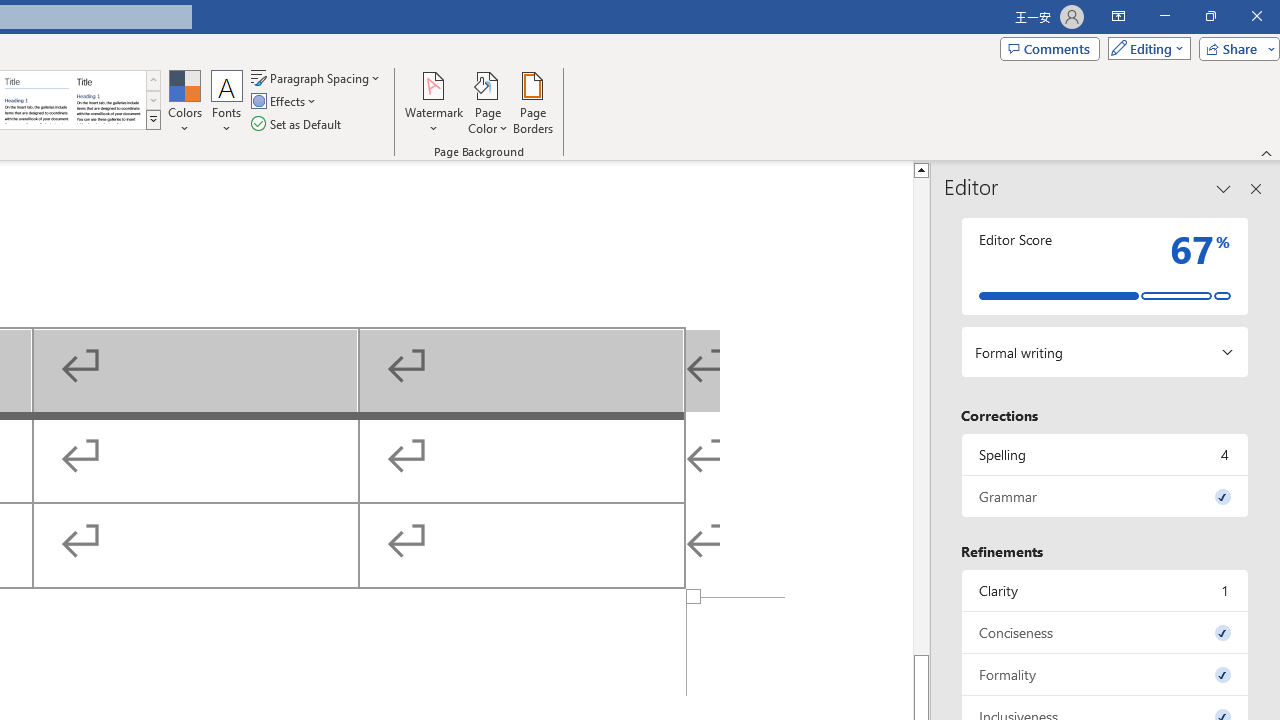 The width and height of the screenshot is (1280, 720). What do you see at coordinates (297, 124) in the screenshot?
I see `'Set as Default'` at bounding box center [297, 124].